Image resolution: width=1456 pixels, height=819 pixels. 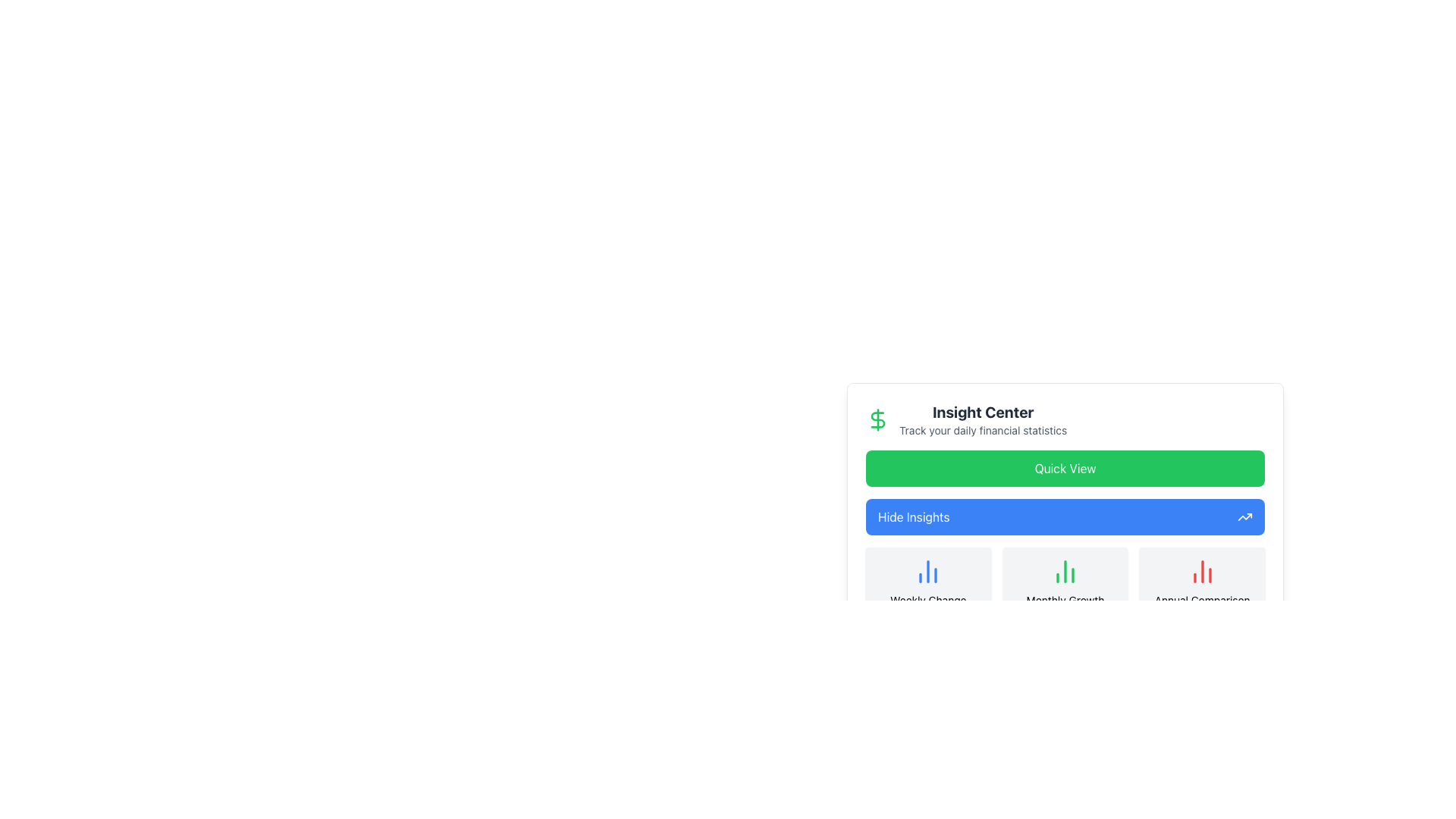 What do you see at coordinates (1065, 520) in the screenshot?
I see `the button located directly below the 'Quick View' button to hide the insights section` at bounding box center [1065, 520].